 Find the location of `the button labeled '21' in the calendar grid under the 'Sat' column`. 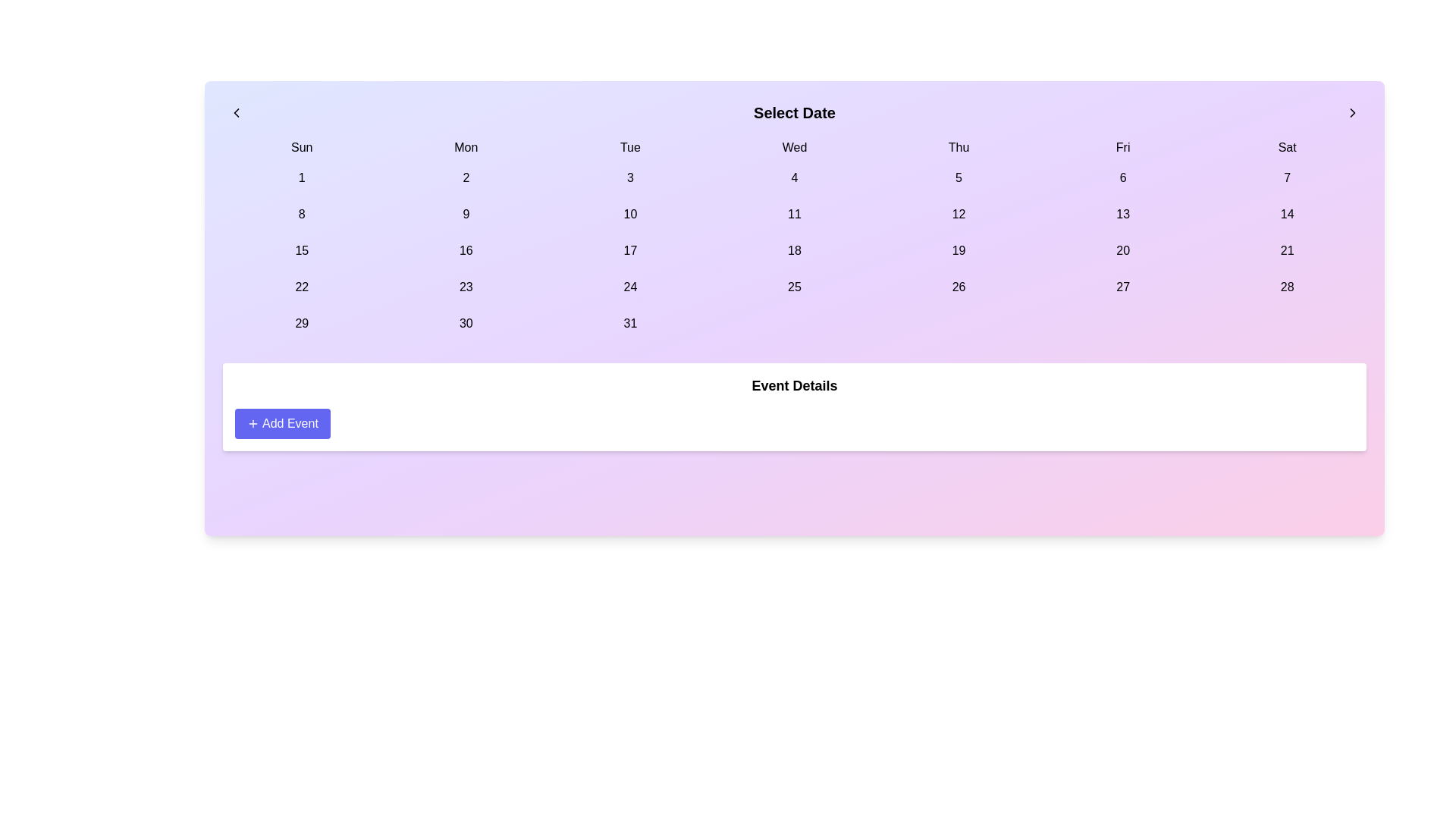

the button labeled '21' in the calendar grid under the 'Sat' column is located at coordinates (1286, 250).